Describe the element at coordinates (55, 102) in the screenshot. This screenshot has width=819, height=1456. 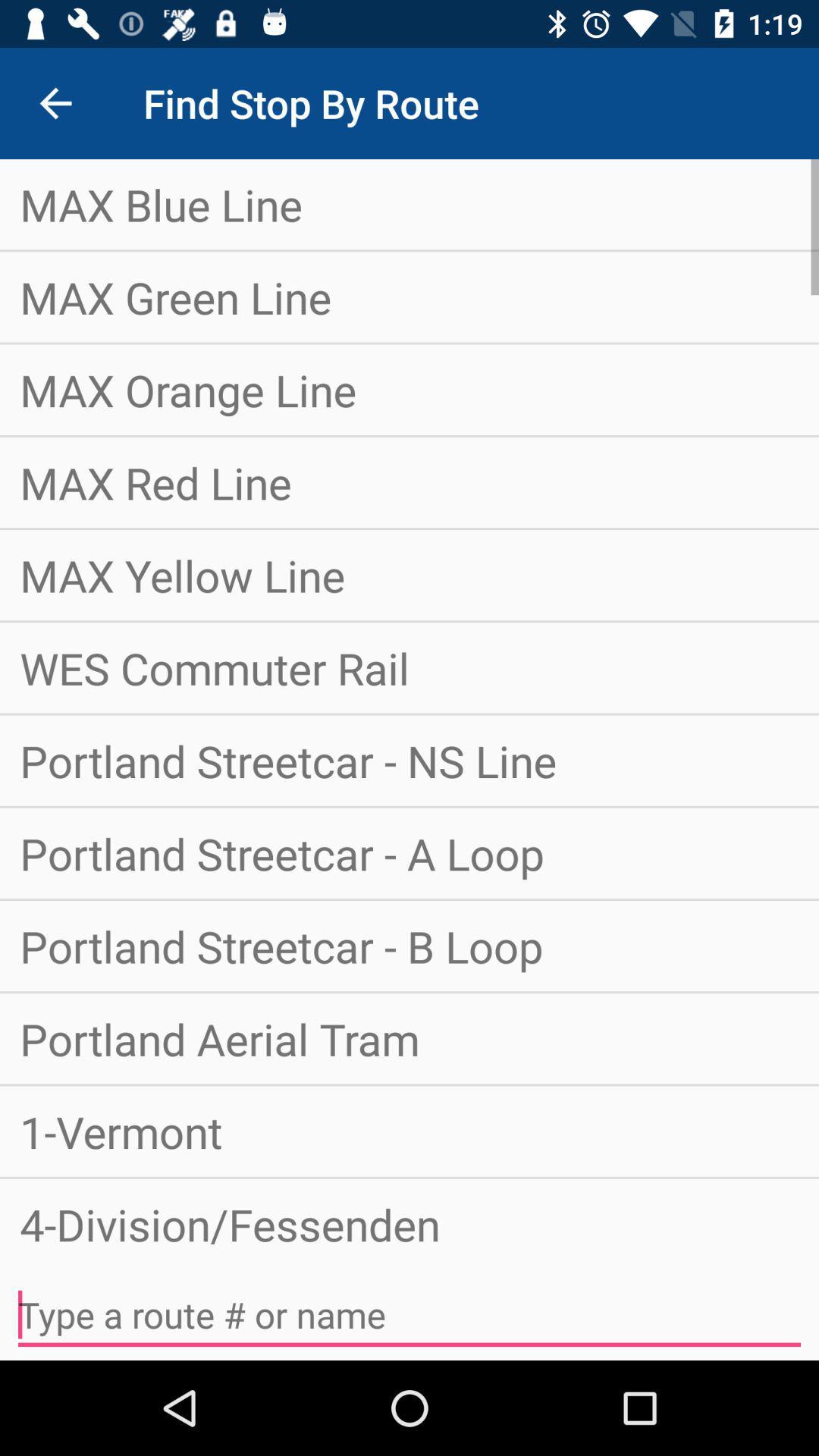
I see `the item at the top left corner` at that location.